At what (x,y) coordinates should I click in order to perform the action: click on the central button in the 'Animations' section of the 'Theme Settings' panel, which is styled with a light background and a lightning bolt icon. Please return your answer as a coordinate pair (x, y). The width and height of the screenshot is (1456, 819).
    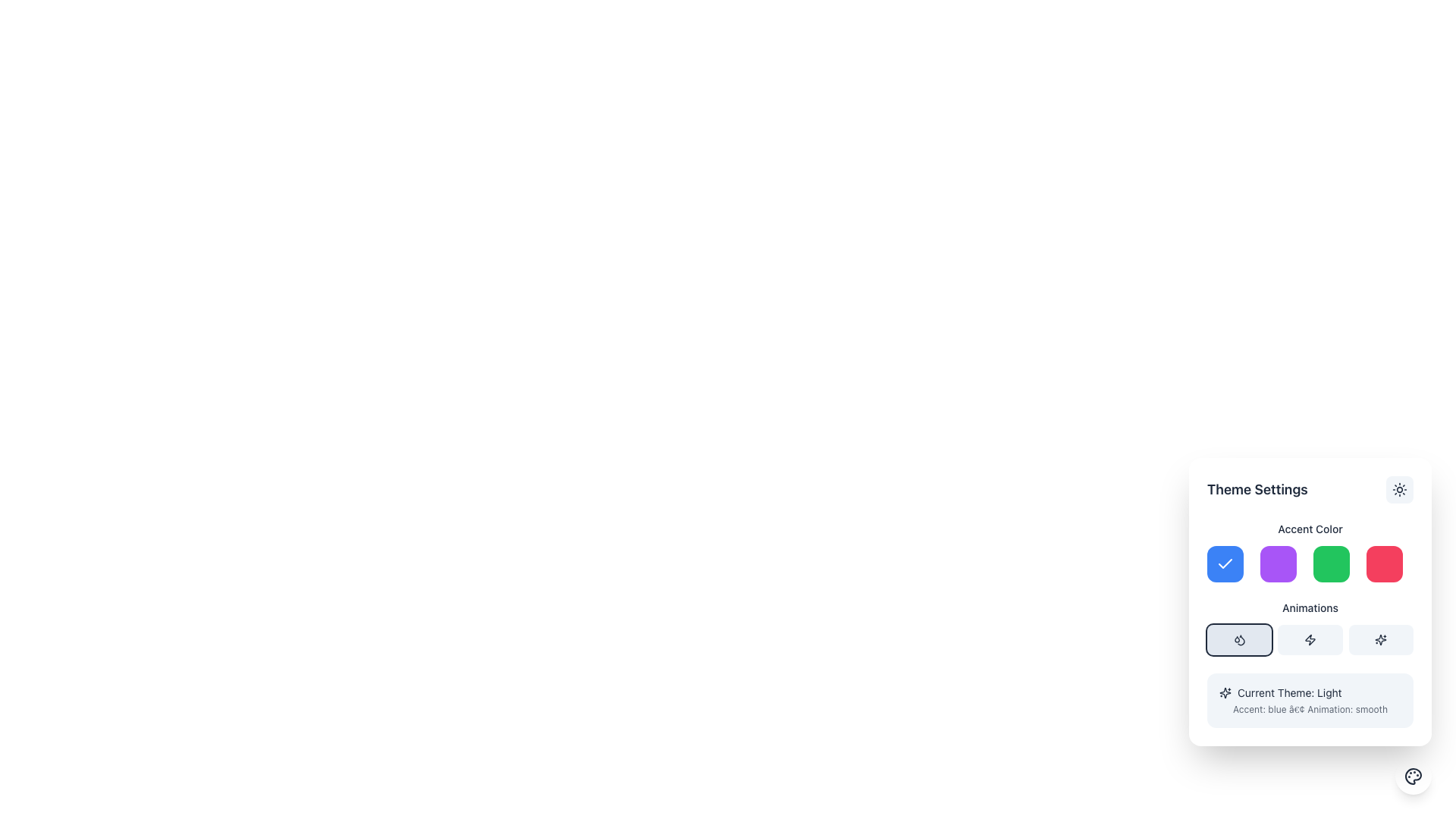
    Looking at the image, I should click on (1310, 628).